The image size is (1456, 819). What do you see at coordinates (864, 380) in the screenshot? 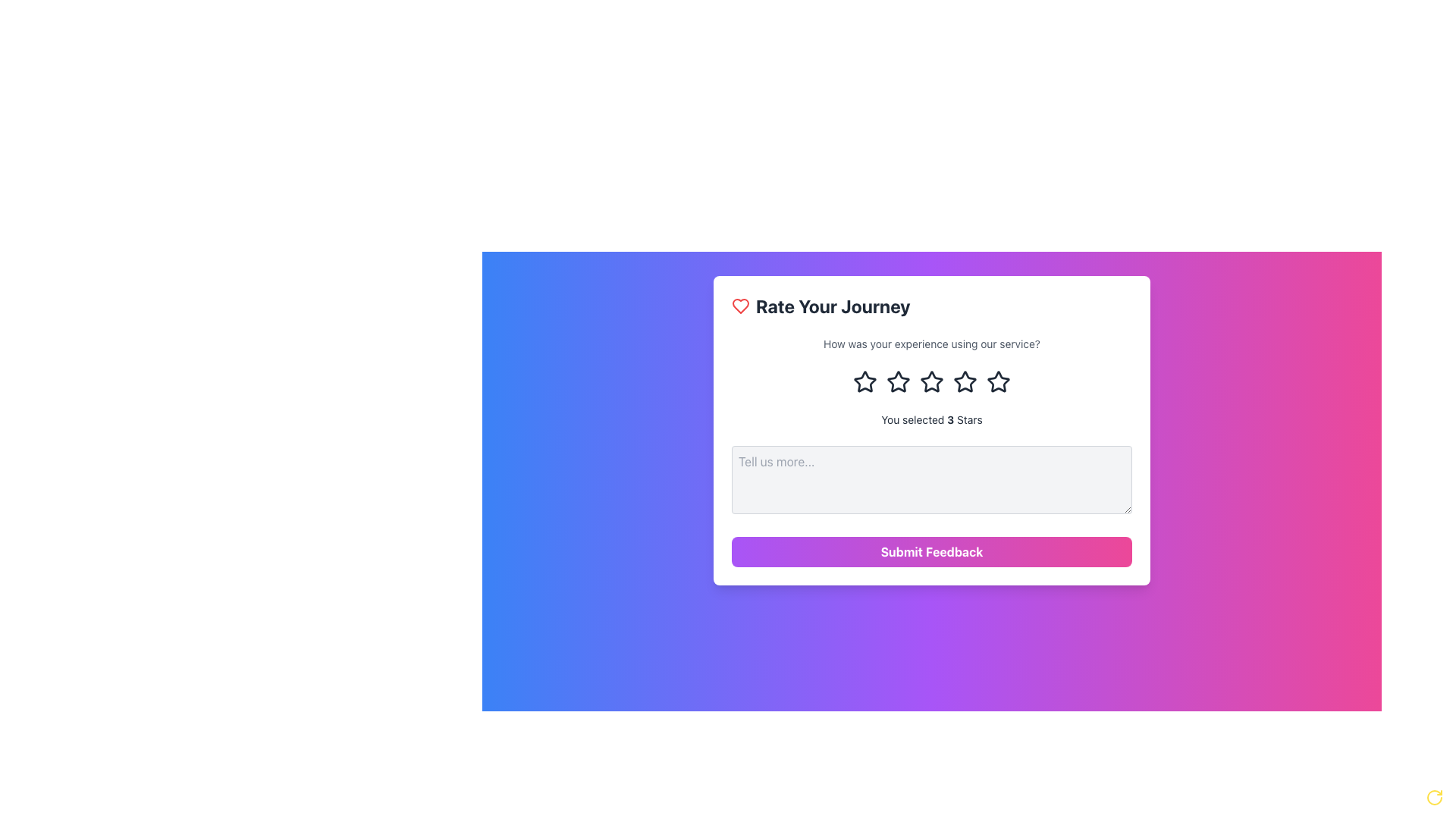
I see `the third star-shaped graphic in the rating system` at bounding box center [864, 380].